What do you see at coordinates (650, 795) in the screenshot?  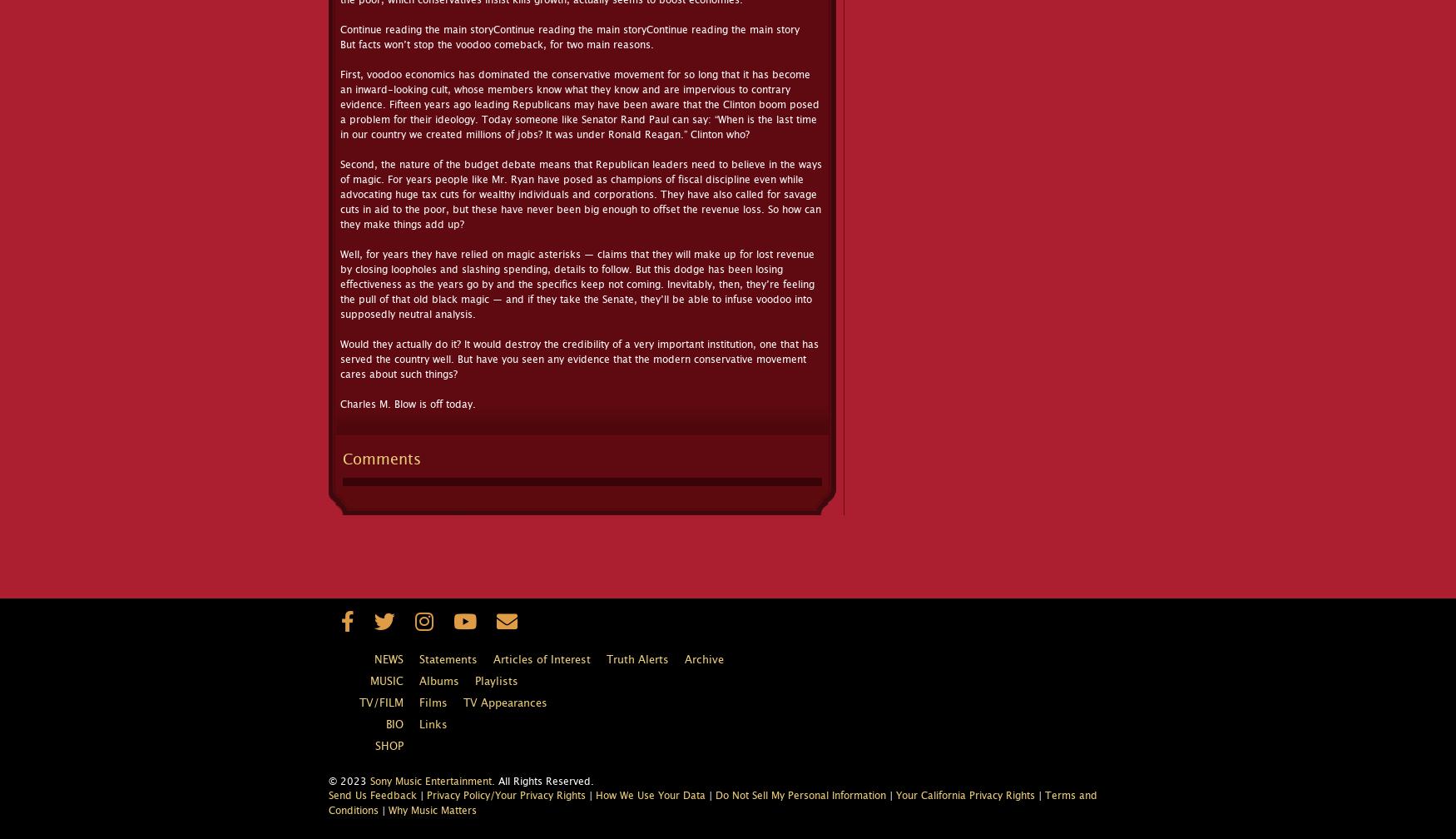 I see `'How We Use Your Data'` at bounding box center [650, 795].